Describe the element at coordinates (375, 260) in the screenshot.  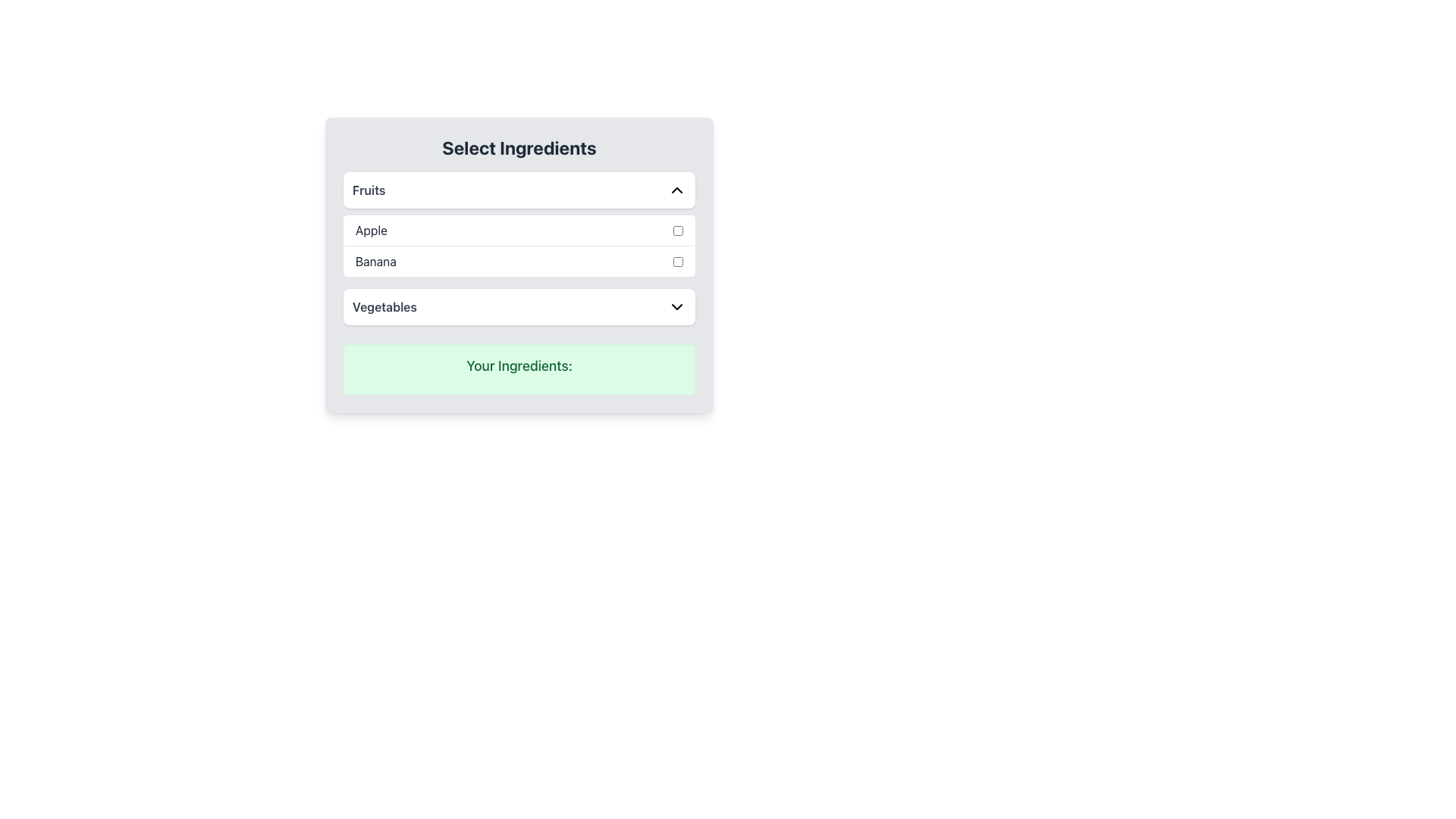
I see `the text label displaying 'Banana', which is styled in bold dark gray and is located under the 'Apple' label in the 'Fruits' section` at that location.